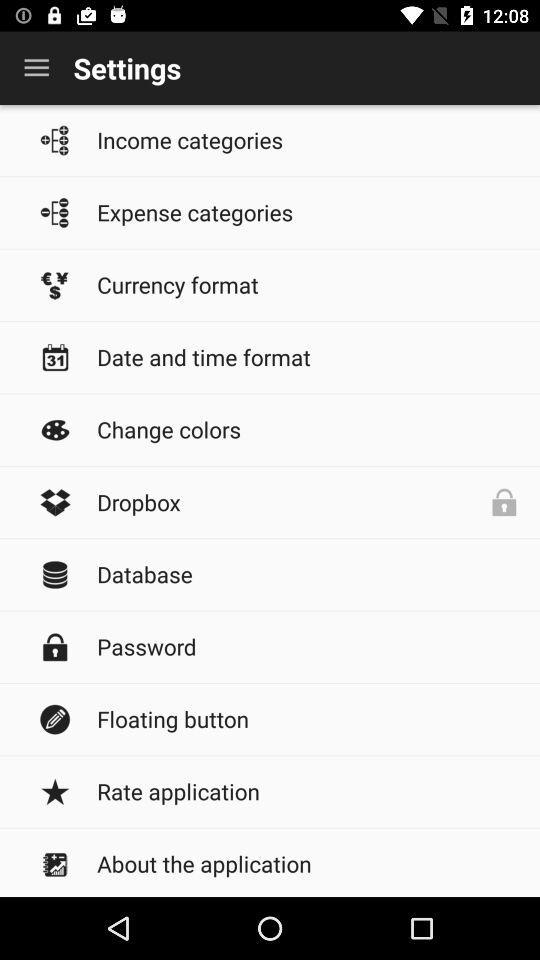 This screenshot has width=540, height=960. Describe the element at coordinates (308, 212) in the screenshot. I see `expense categories` at that location.